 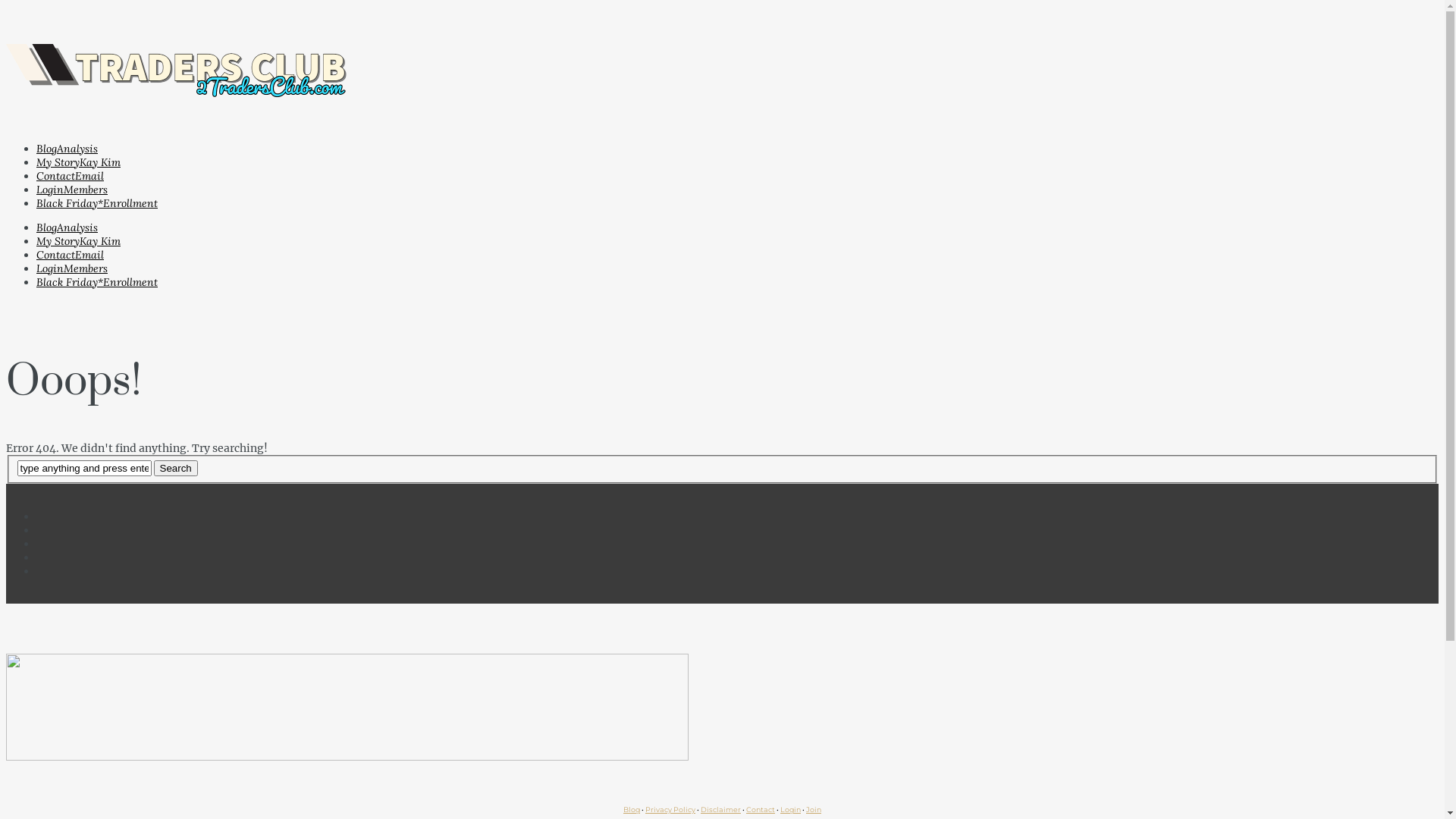 What do you see at coordinates (700, 808) in the screenshot?
I see `'Disclaimer'` at bounding box center [700, 808].